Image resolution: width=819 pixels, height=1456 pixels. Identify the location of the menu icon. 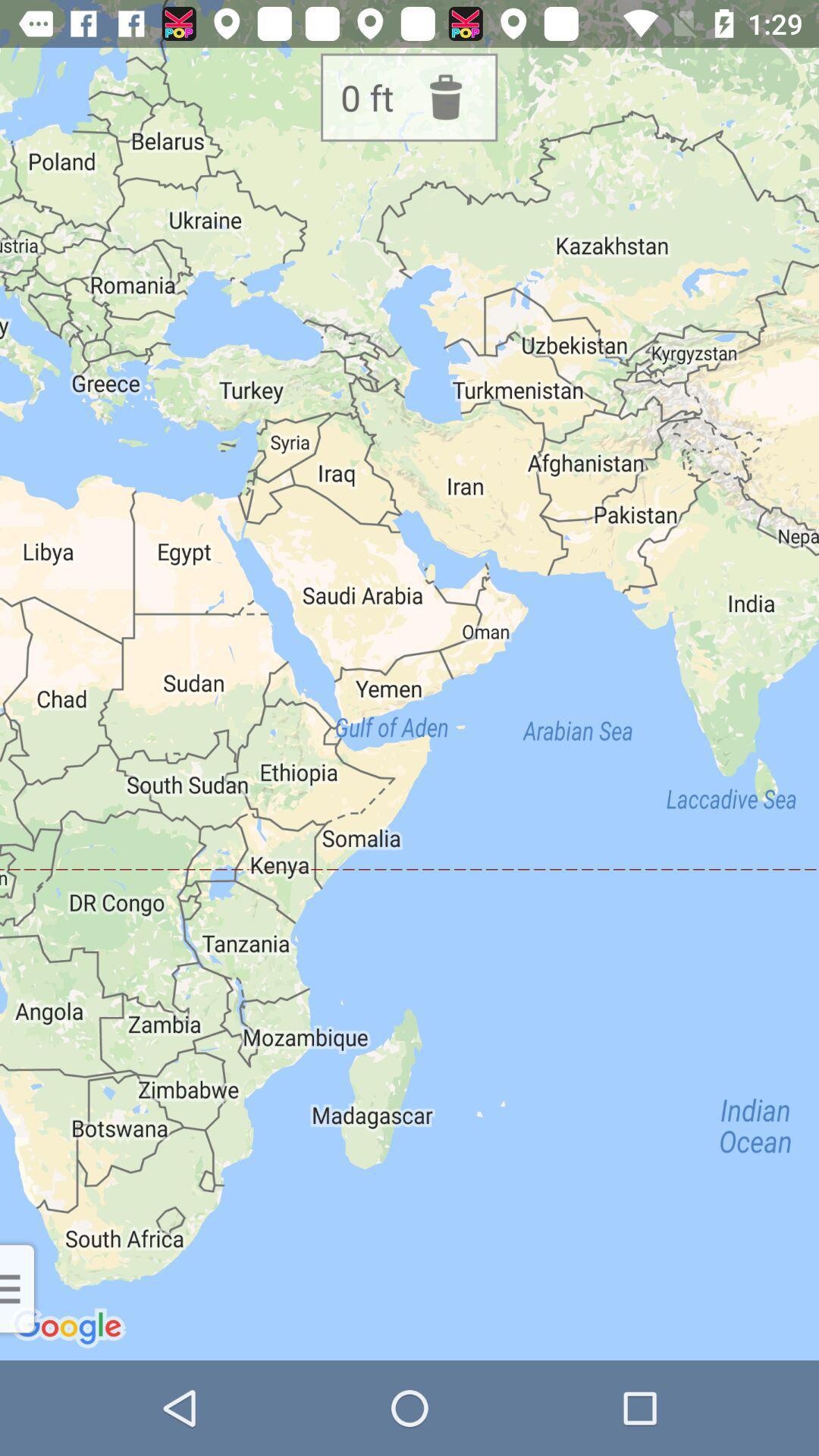
(20, 1336).